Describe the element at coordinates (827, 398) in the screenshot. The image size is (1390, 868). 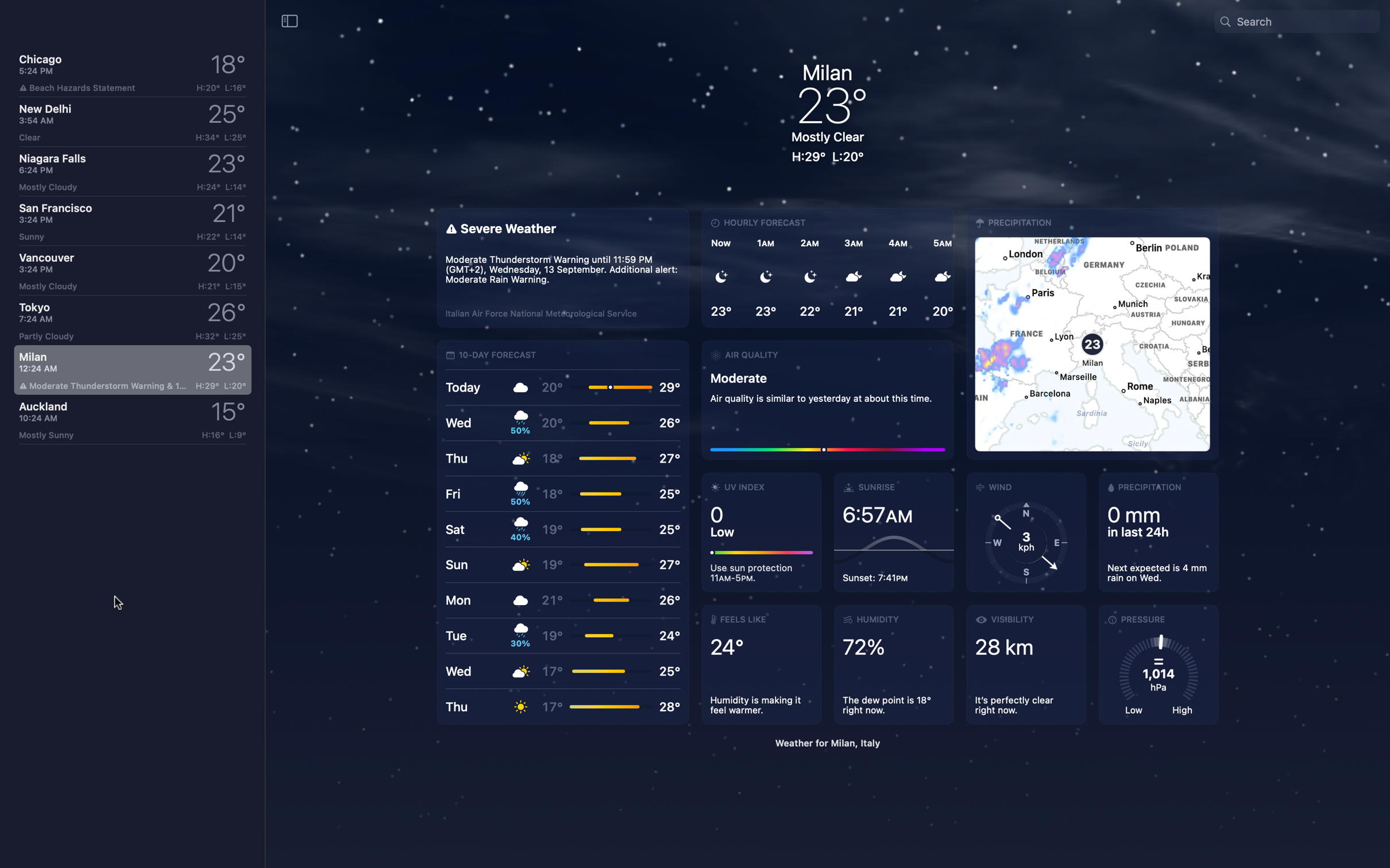
I see `Get more details of Milan"s air quality` at that location.